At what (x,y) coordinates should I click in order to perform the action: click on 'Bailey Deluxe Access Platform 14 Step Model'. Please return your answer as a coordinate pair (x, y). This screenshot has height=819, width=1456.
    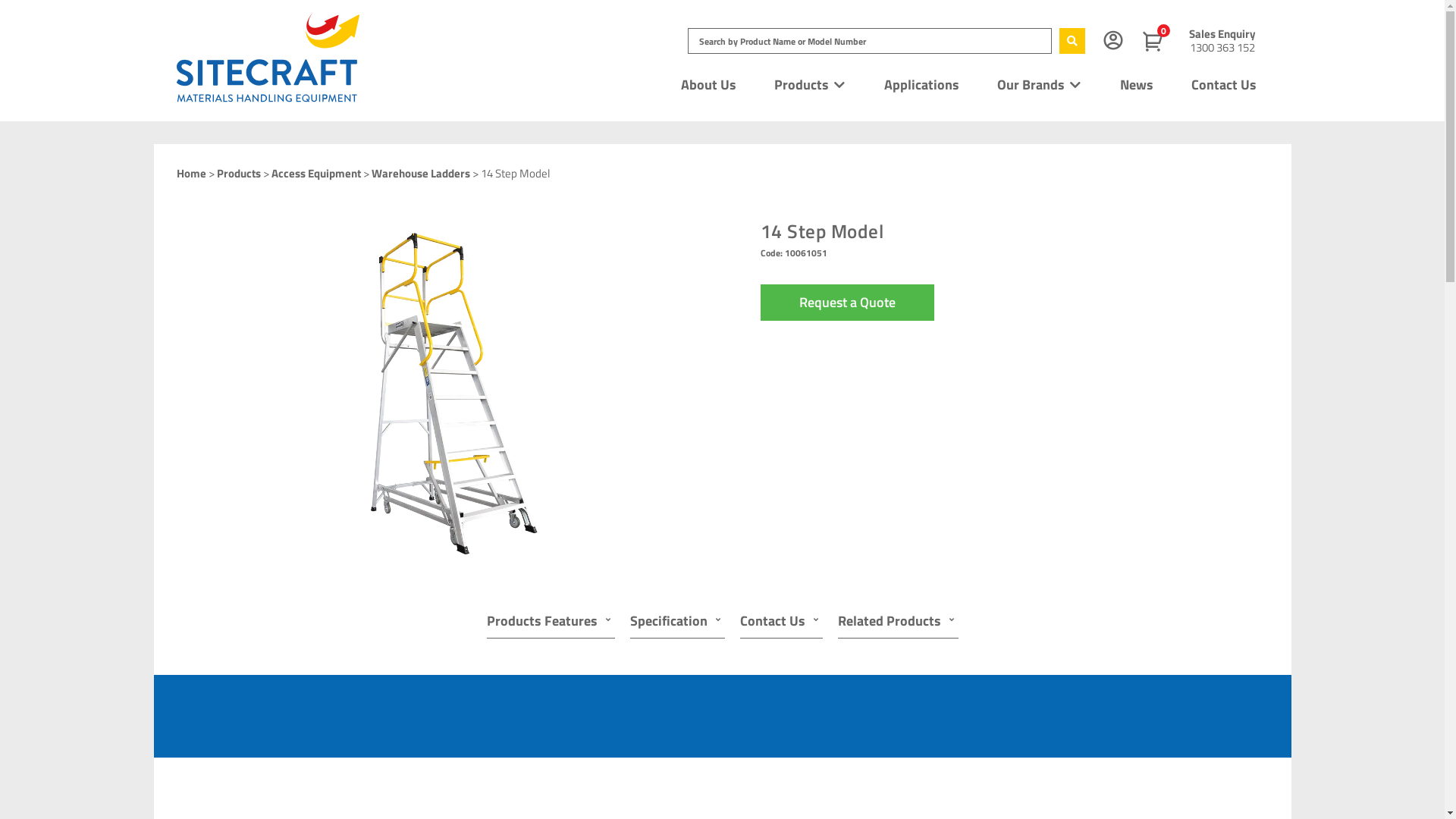
    Looking at the image, I should click on (436, 391).